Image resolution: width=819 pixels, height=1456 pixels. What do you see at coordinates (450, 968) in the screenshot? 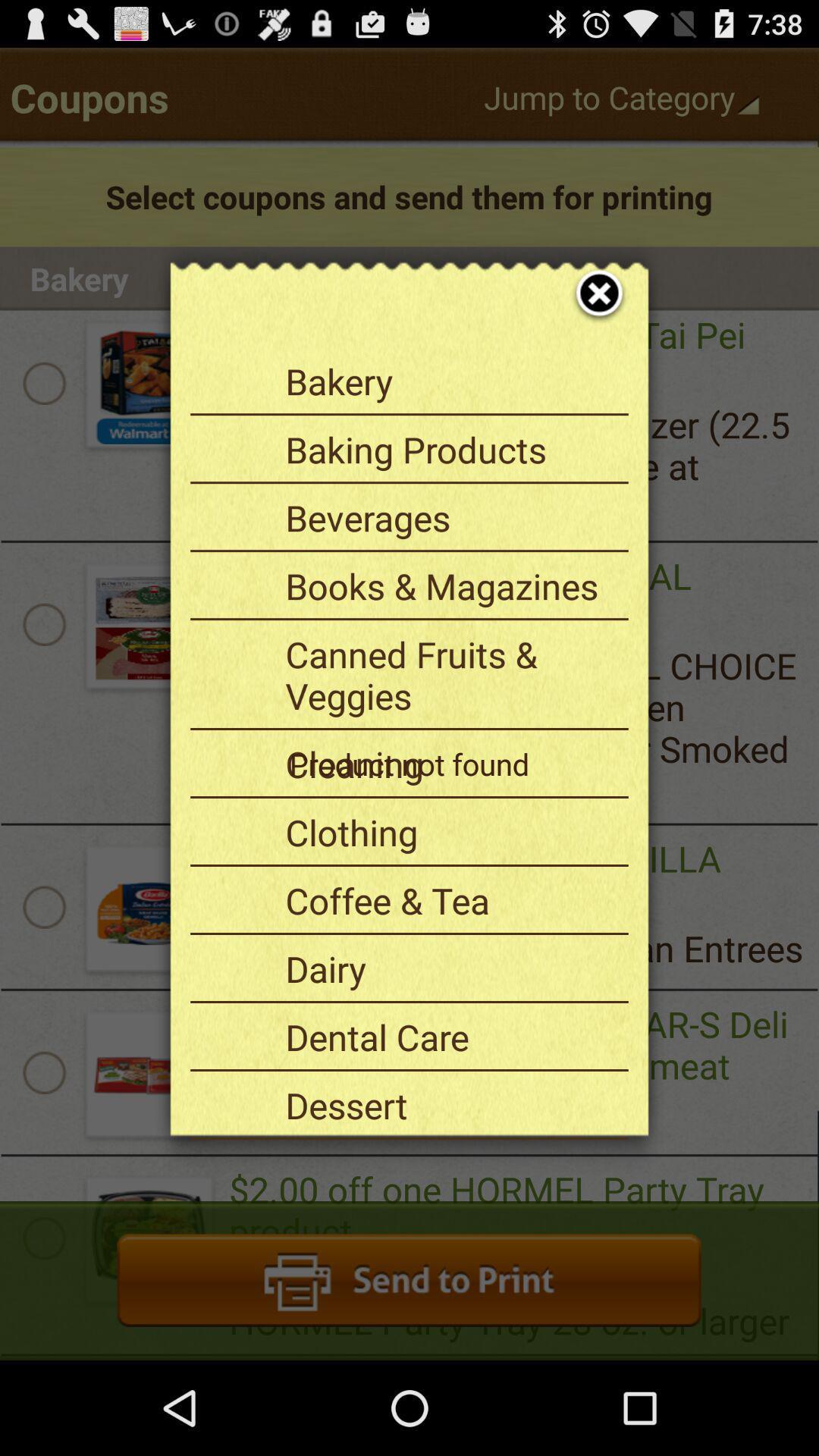
I see `the dairy app` at bounding box center [450, 968].